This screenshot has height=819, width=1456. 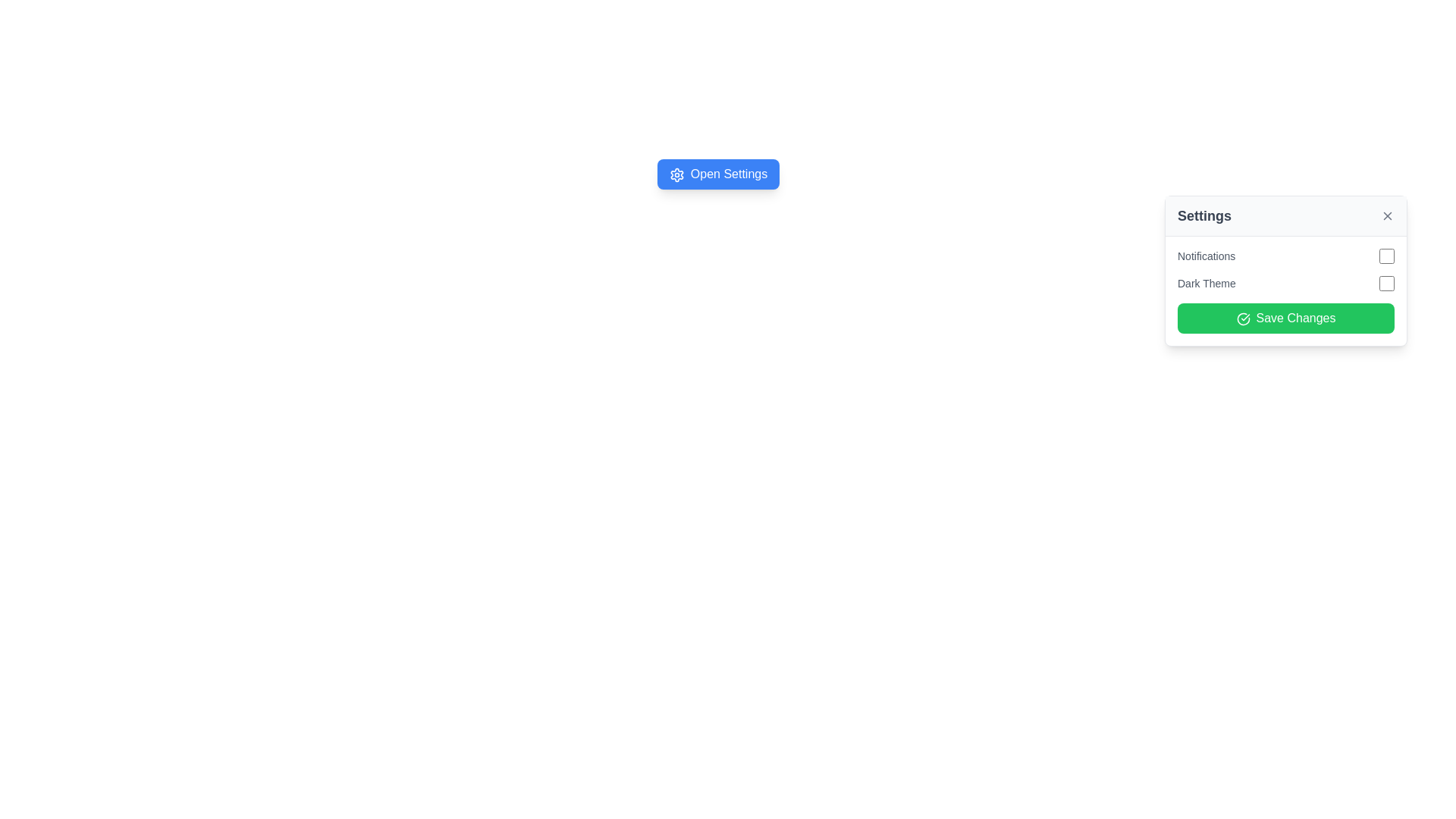 I want to click on the circular checkmark icon positioned to the left of the 'Save Changes' green button, so click(x=1243, y=318).